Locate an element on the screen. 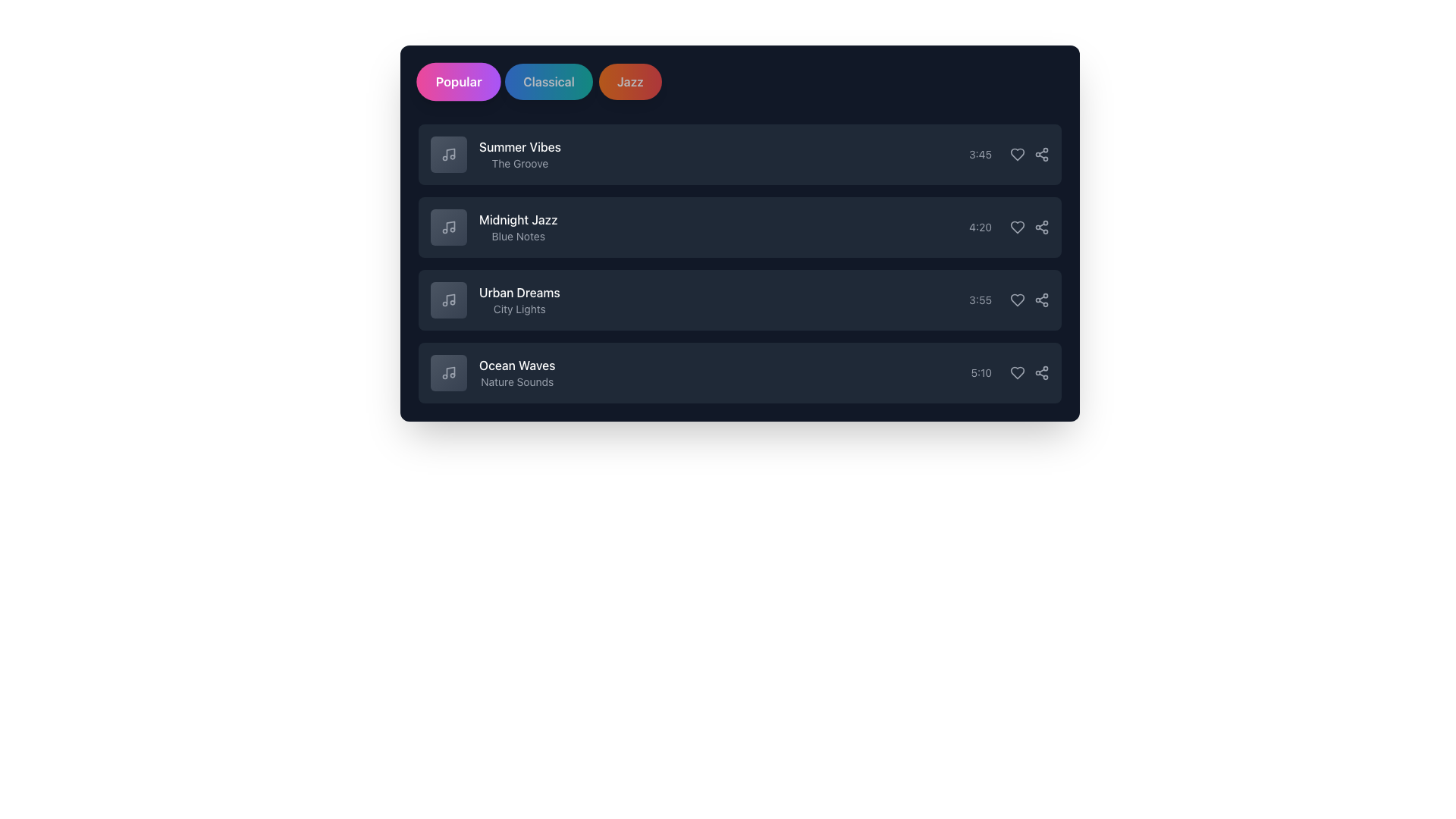 The height and width of the screenshot is (819, 1456). the 'Classical' category button located between 'Popular' and 'Jazz' is located at coordinates (548, 82).